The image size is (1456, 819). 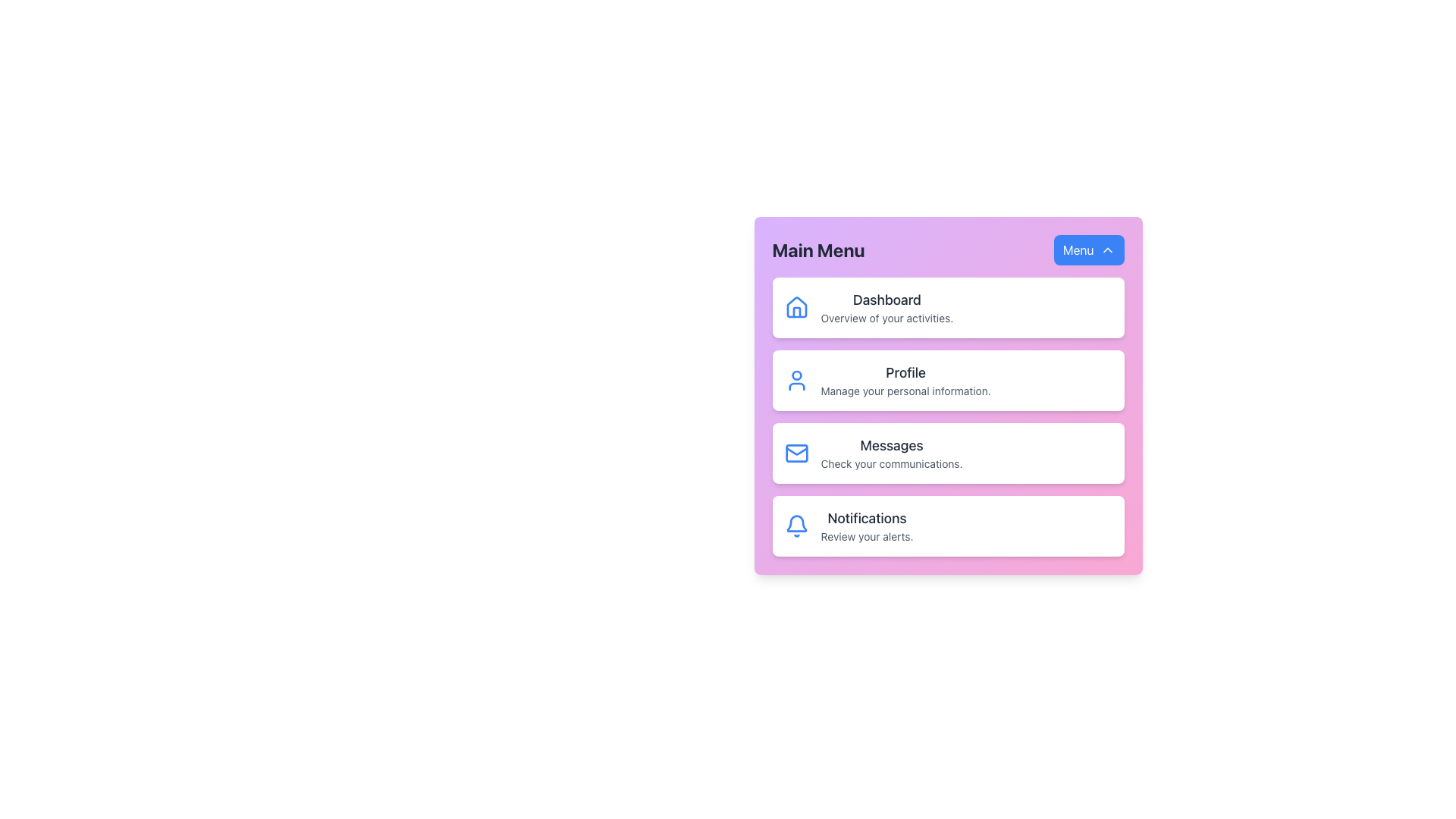 I want to click on the bell icon representing the notification feature located at the top-left corner of the 'Notifications' card, so click(x=795, y=526).